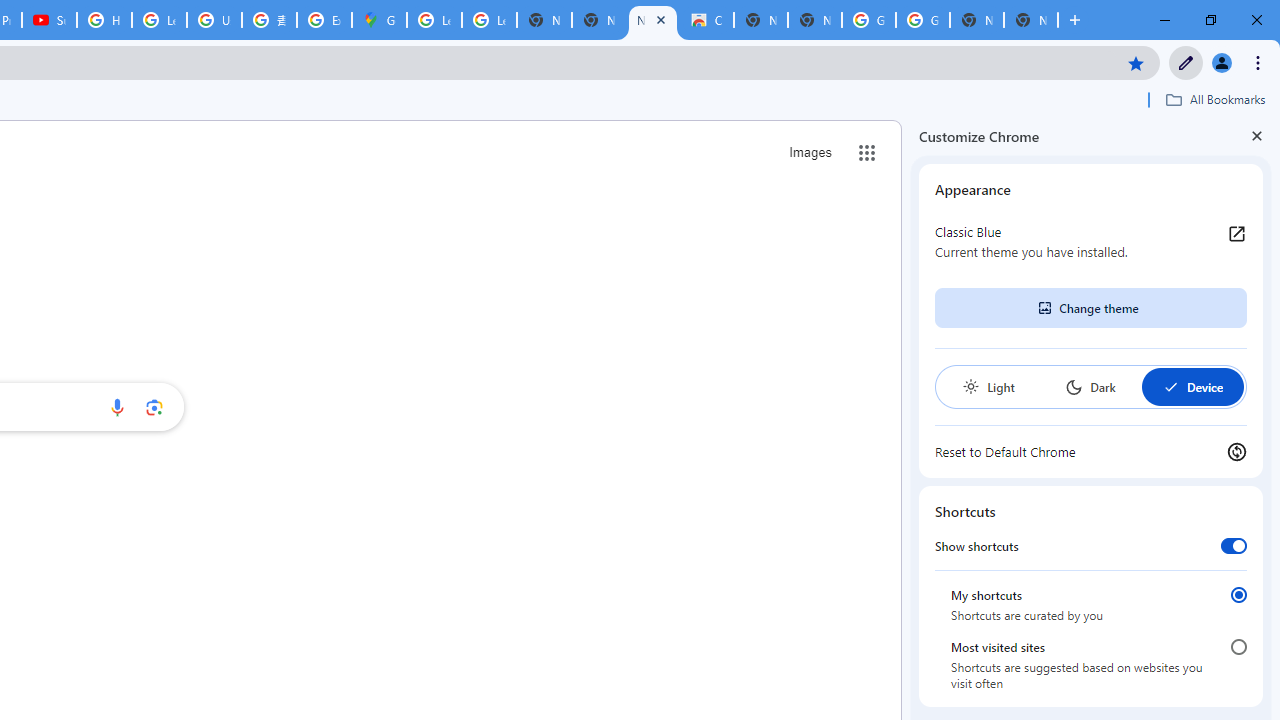  Describe the element at coordinates (1089, 387) in the screenshot. I see `'Dark'` at that location.